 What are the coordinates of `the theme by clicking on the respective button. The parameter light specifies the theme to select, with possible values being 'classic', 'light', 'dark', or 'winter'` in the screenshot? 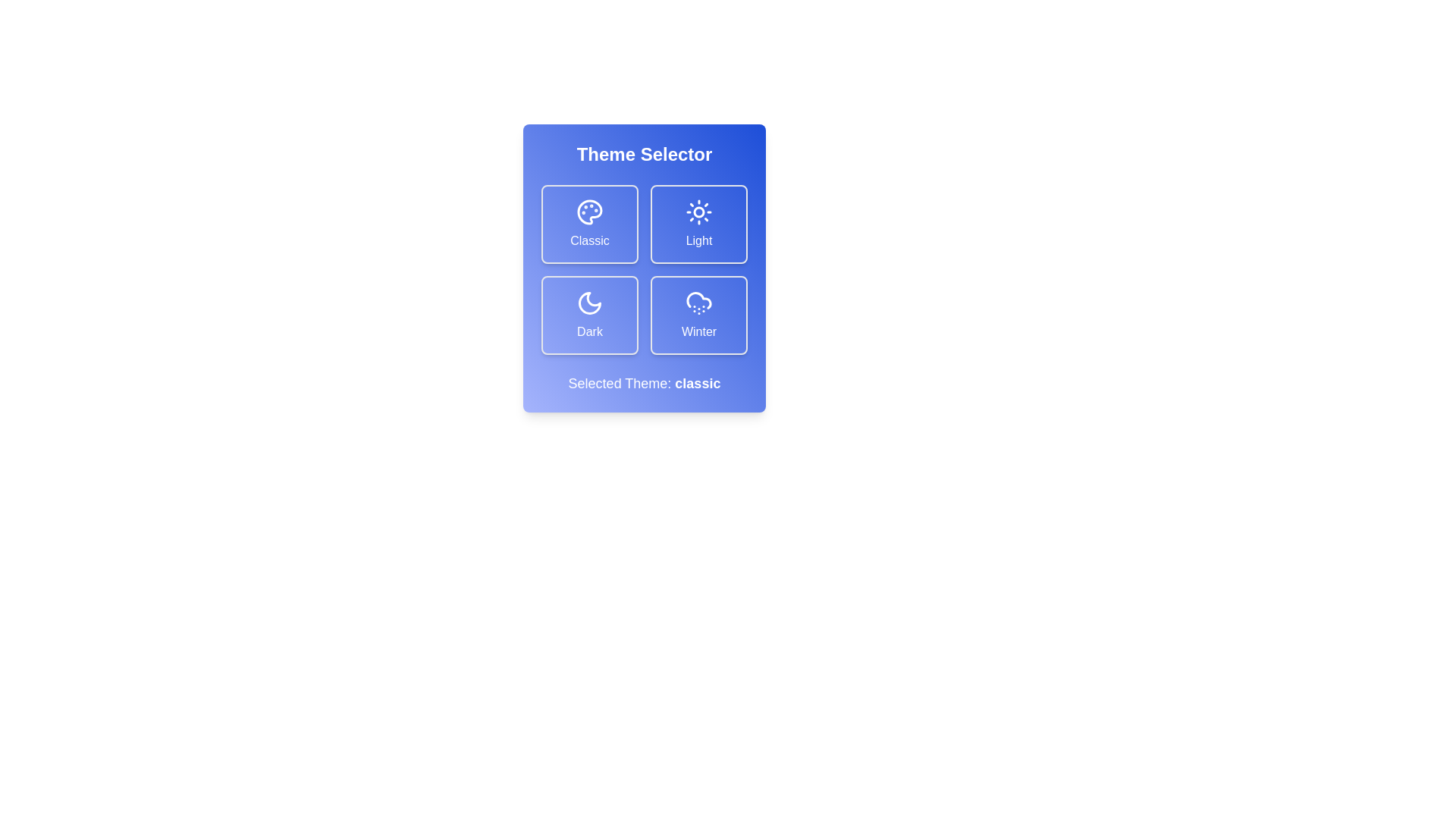 It's located at (698, 224).